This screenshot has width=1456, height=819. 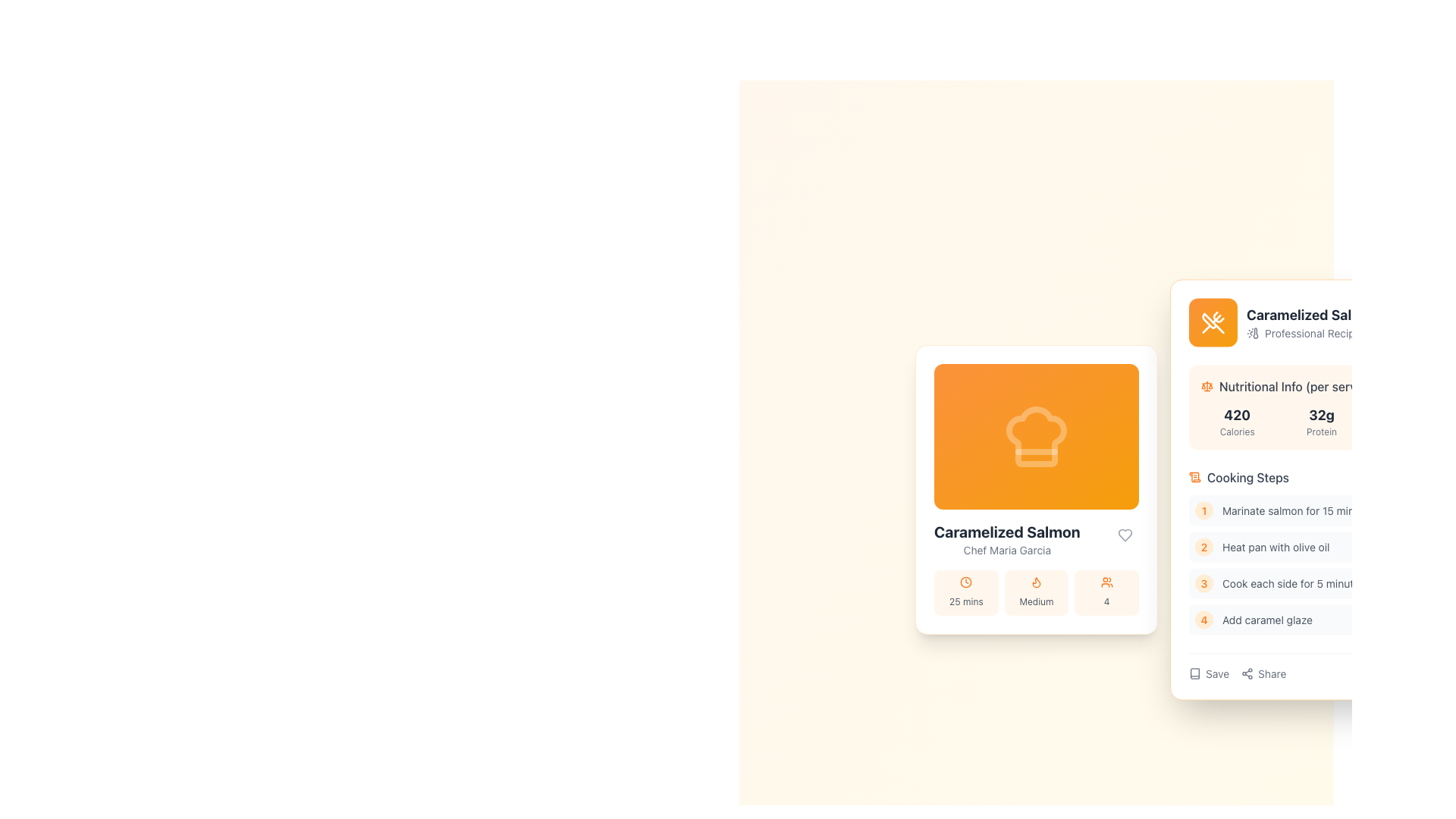 What do you see at coordinates (1125, 534) in the screenshot?
I see `the favorite button located at the top-right of the 'Caramelized Salmon' recipe card, next to 'Chef Maria Garcia', to mark it as favorite` at bounding box center [1125, 534].